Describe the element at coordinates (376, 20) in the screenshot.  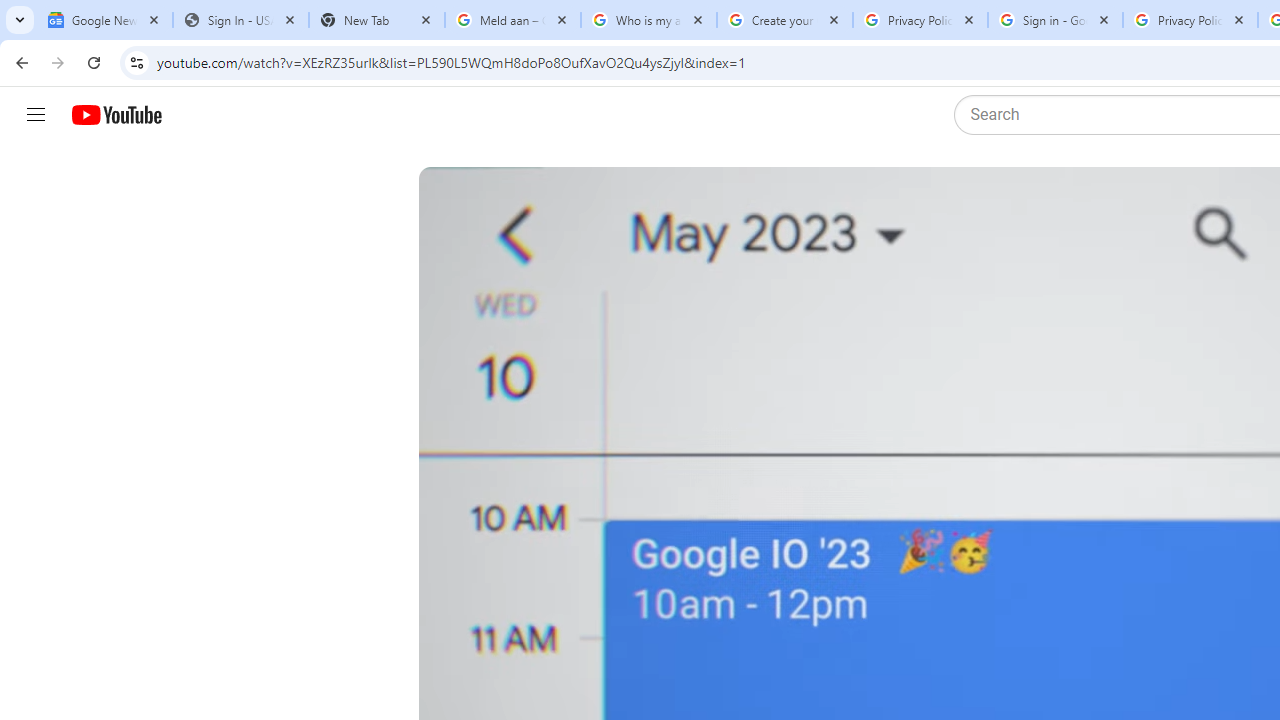
I see `'New Tab'` at that location.